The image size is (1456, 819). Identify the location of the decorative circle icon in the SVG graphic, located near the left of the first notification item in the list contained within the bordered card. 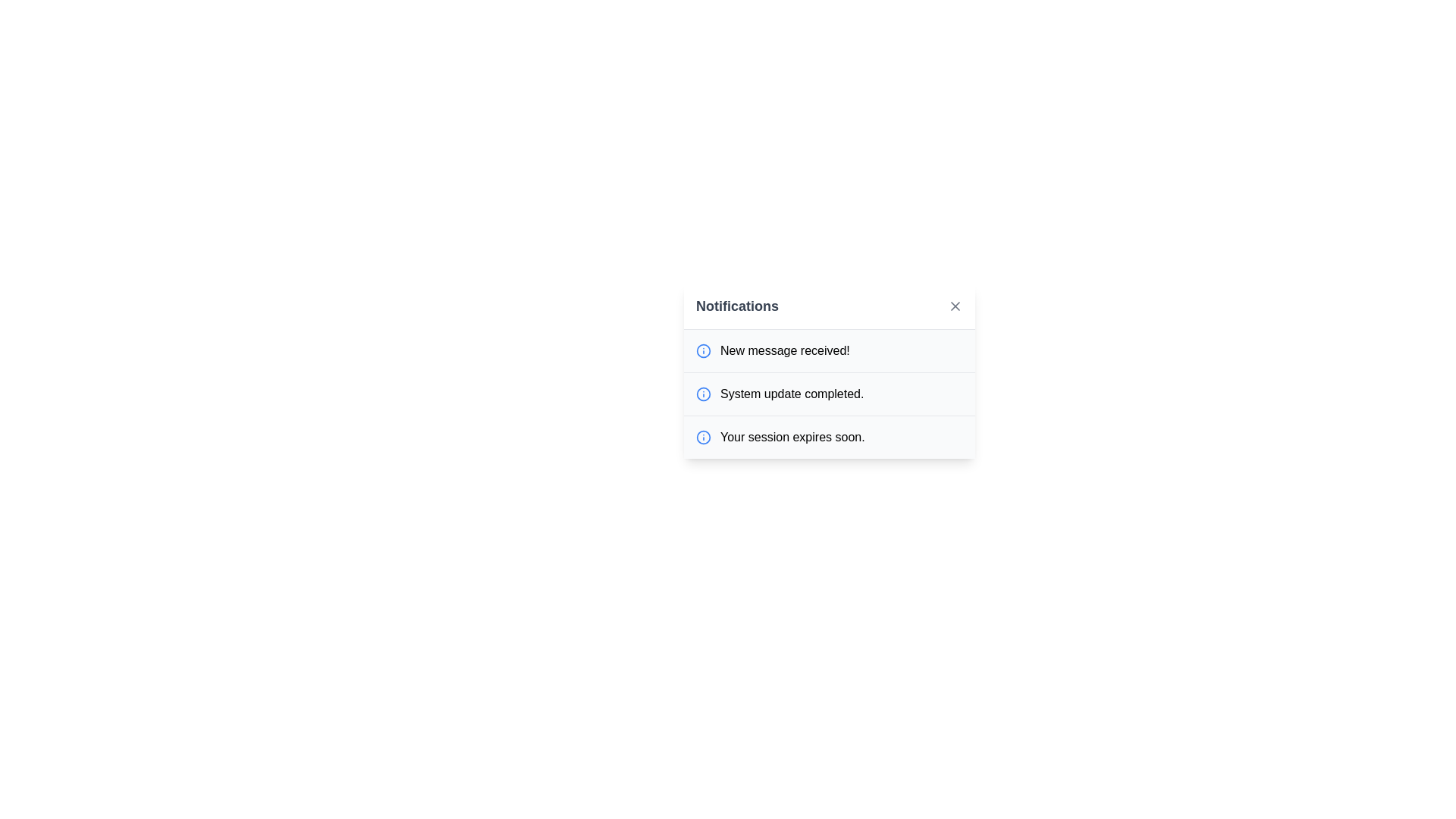
(702, 438).